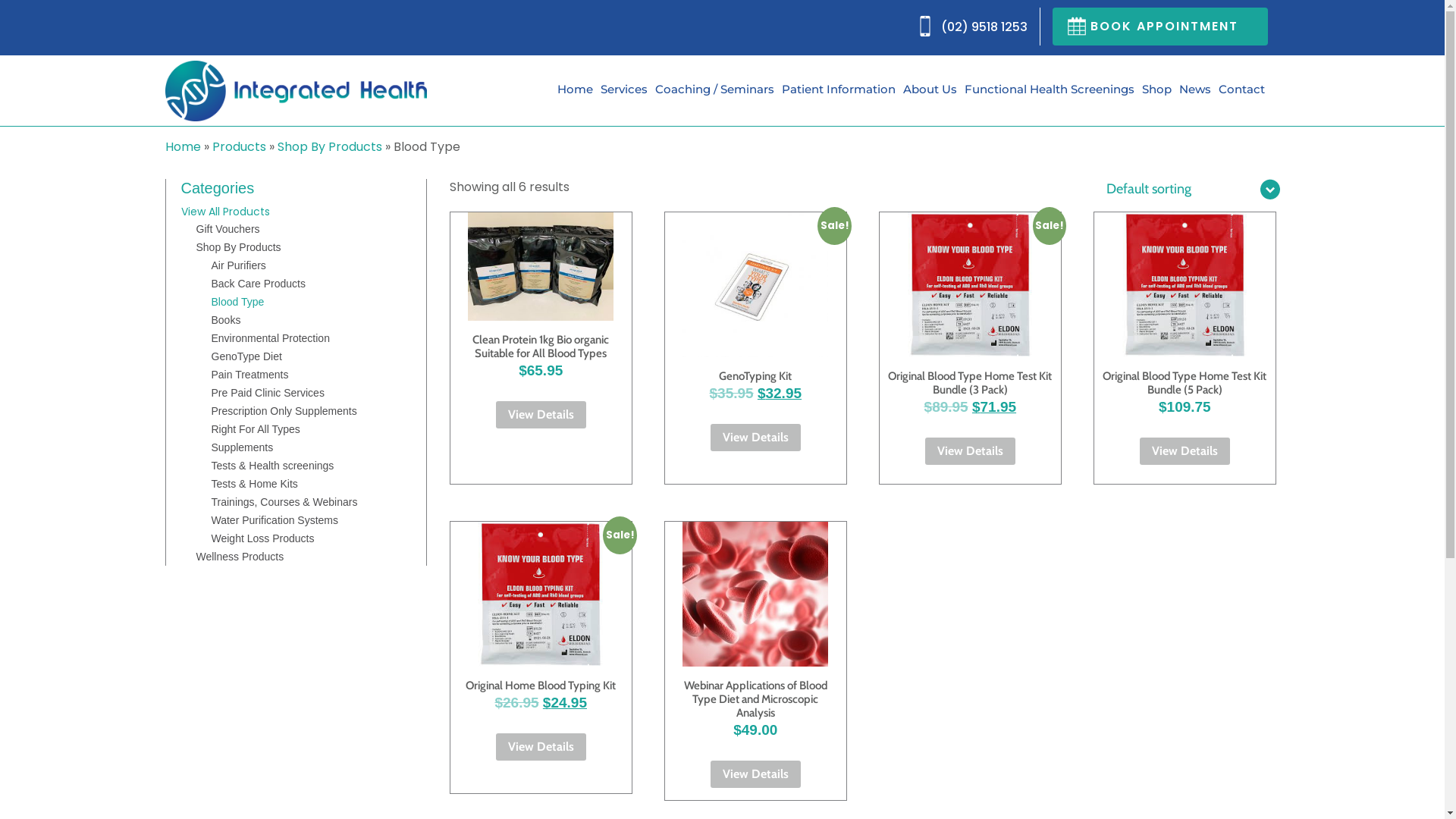 The image size is (1456, 819). I want to click on 'View Details', so click(541, 415).